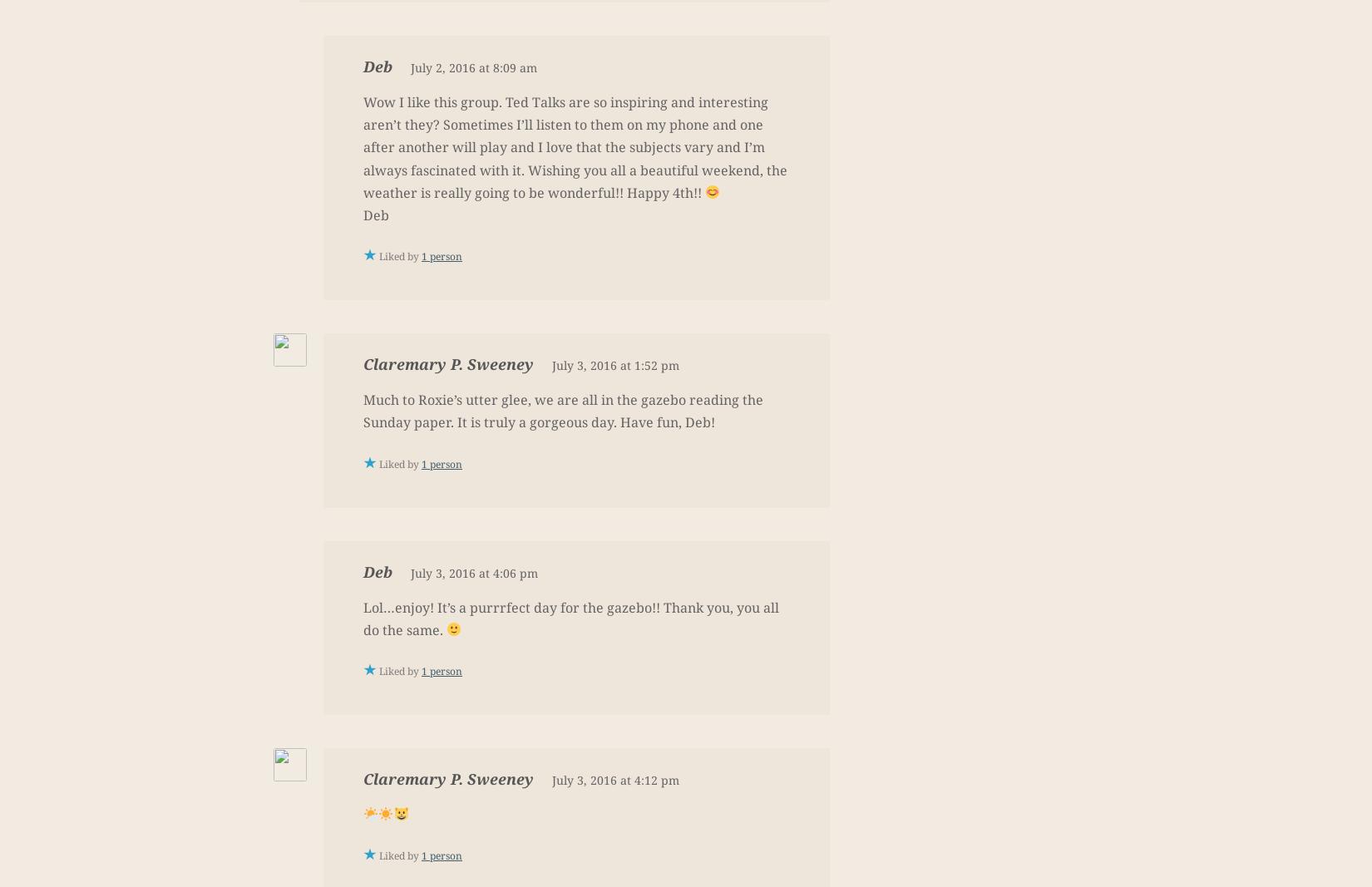 This screenshot has width=1372, height=887. Describe the element at coordinates (562, 410) in the screenshot. I see `'Much to Roxie’s utter glee, we are all in the gazebo reading the Sunday paper. It is truly a gorgeous day. Have fun, Deb!'` at that location.